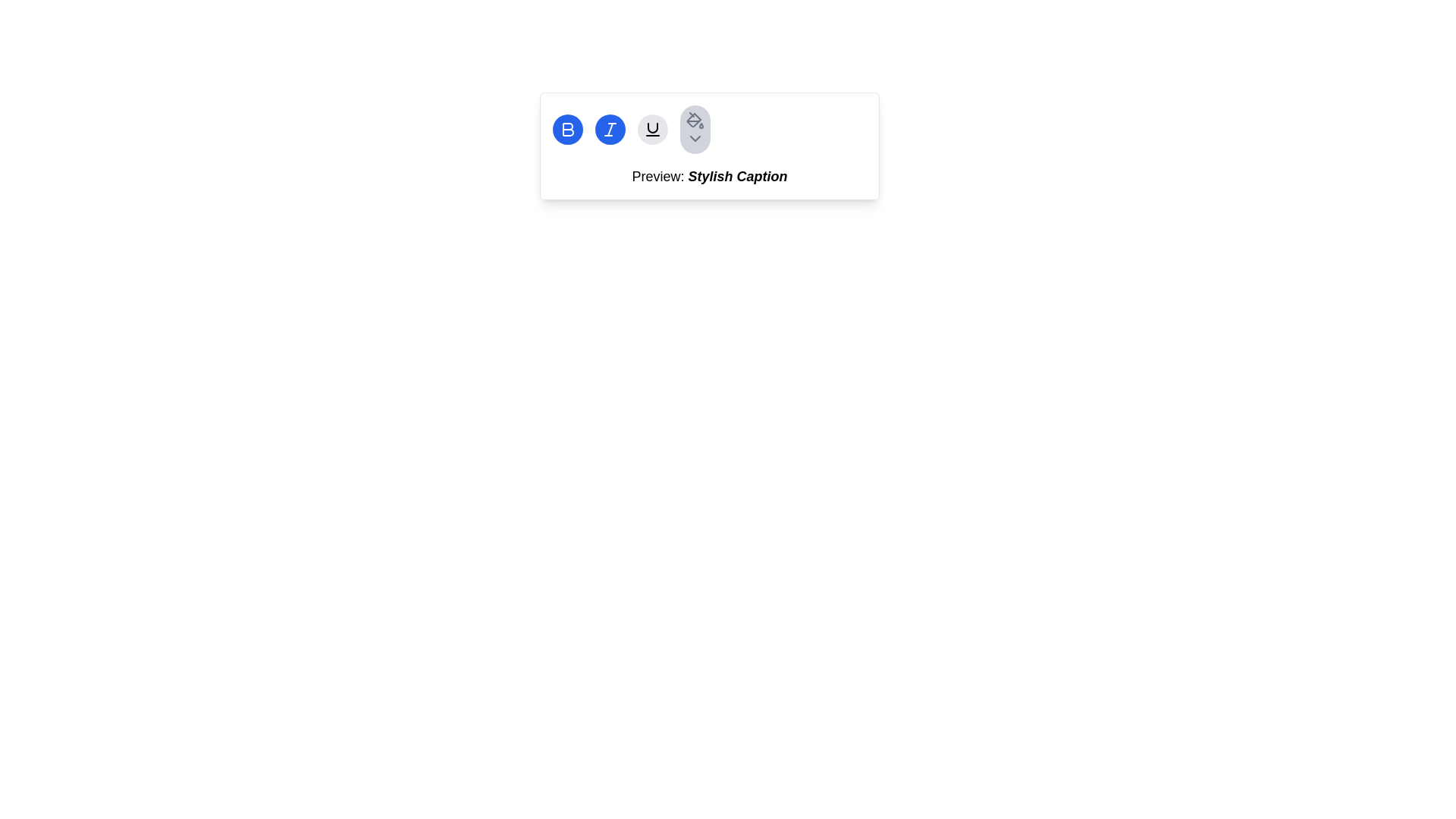  Describe the element at coordinates (694, 138) in the screenshot. I see `the downward arrow icon, which is a chevron shape styled in gray, located within a circular button with a light gray background` at that location.